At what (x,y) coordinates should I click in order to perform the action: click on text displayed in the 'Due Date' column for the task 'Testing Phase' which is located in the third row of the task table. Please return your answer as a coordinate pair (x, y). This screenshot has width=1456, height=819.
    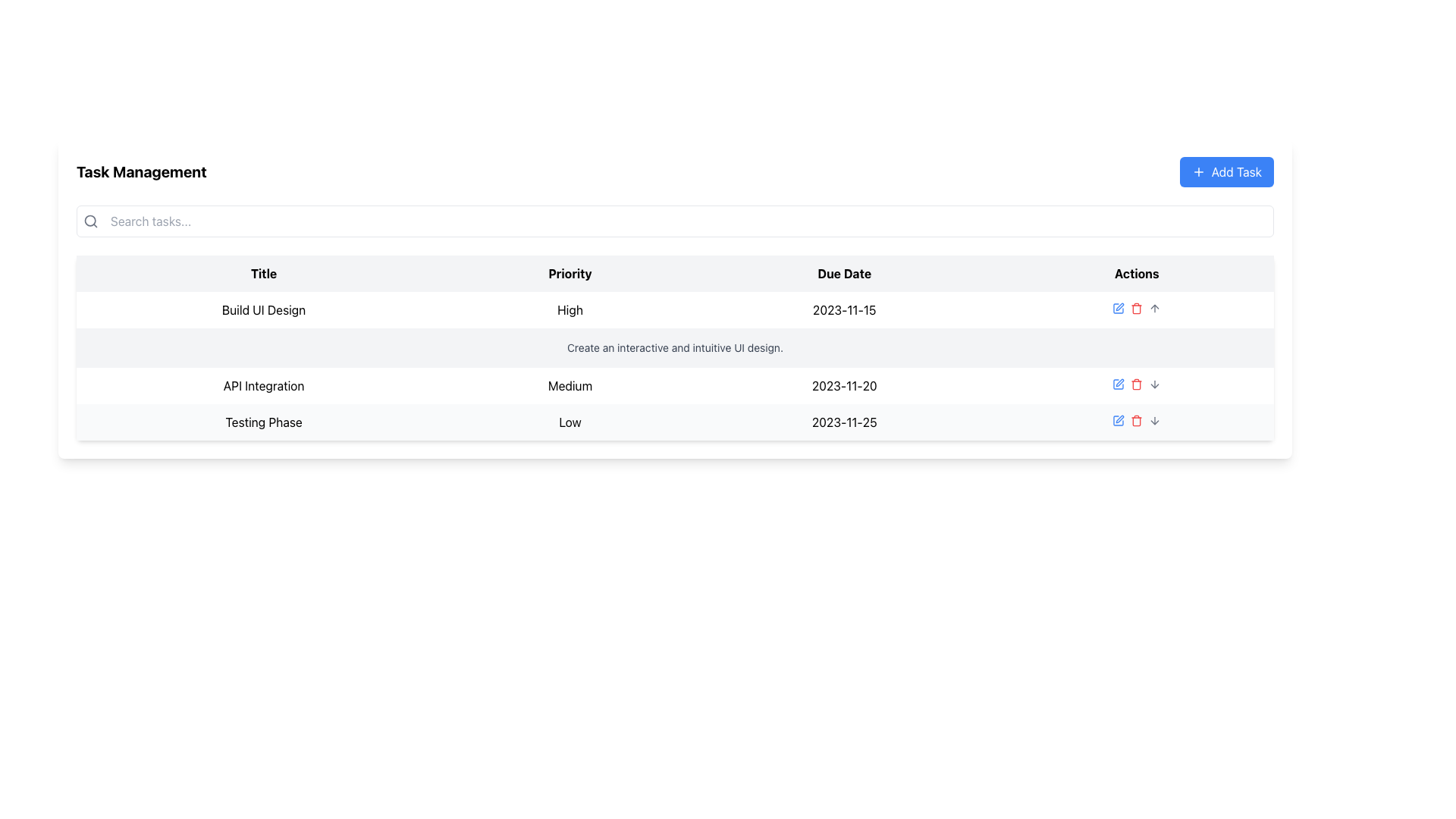
    Looking at the image, I should click on (843, 422).